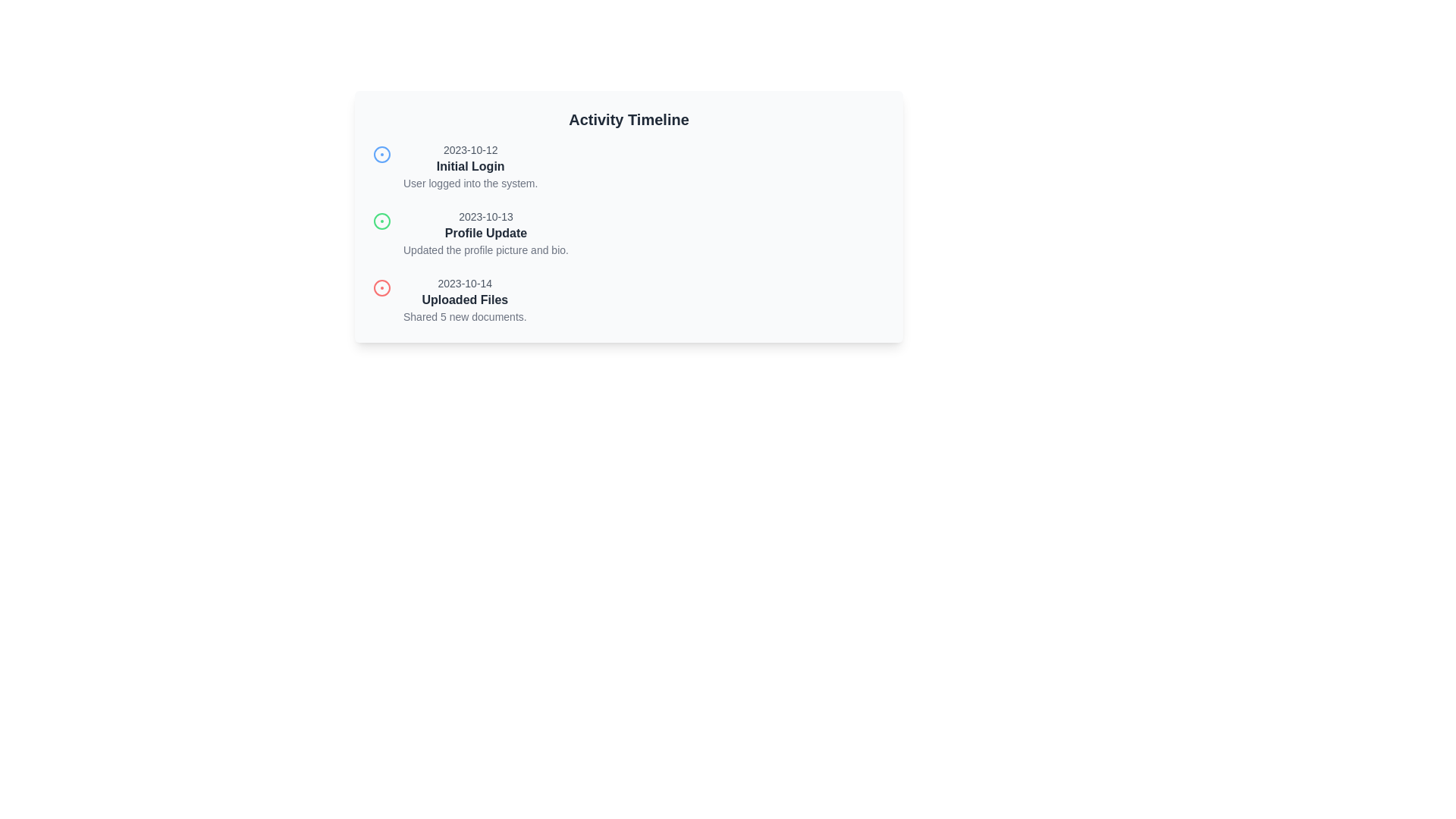 The width and height of the screenshot is (1456, 819). Describe the element at coordinates (464, 284) in the screenshot. I see `date text label located at the top of the third group in the timeline, which provides chronological context for the title 'Uploaded Files'` at that location.